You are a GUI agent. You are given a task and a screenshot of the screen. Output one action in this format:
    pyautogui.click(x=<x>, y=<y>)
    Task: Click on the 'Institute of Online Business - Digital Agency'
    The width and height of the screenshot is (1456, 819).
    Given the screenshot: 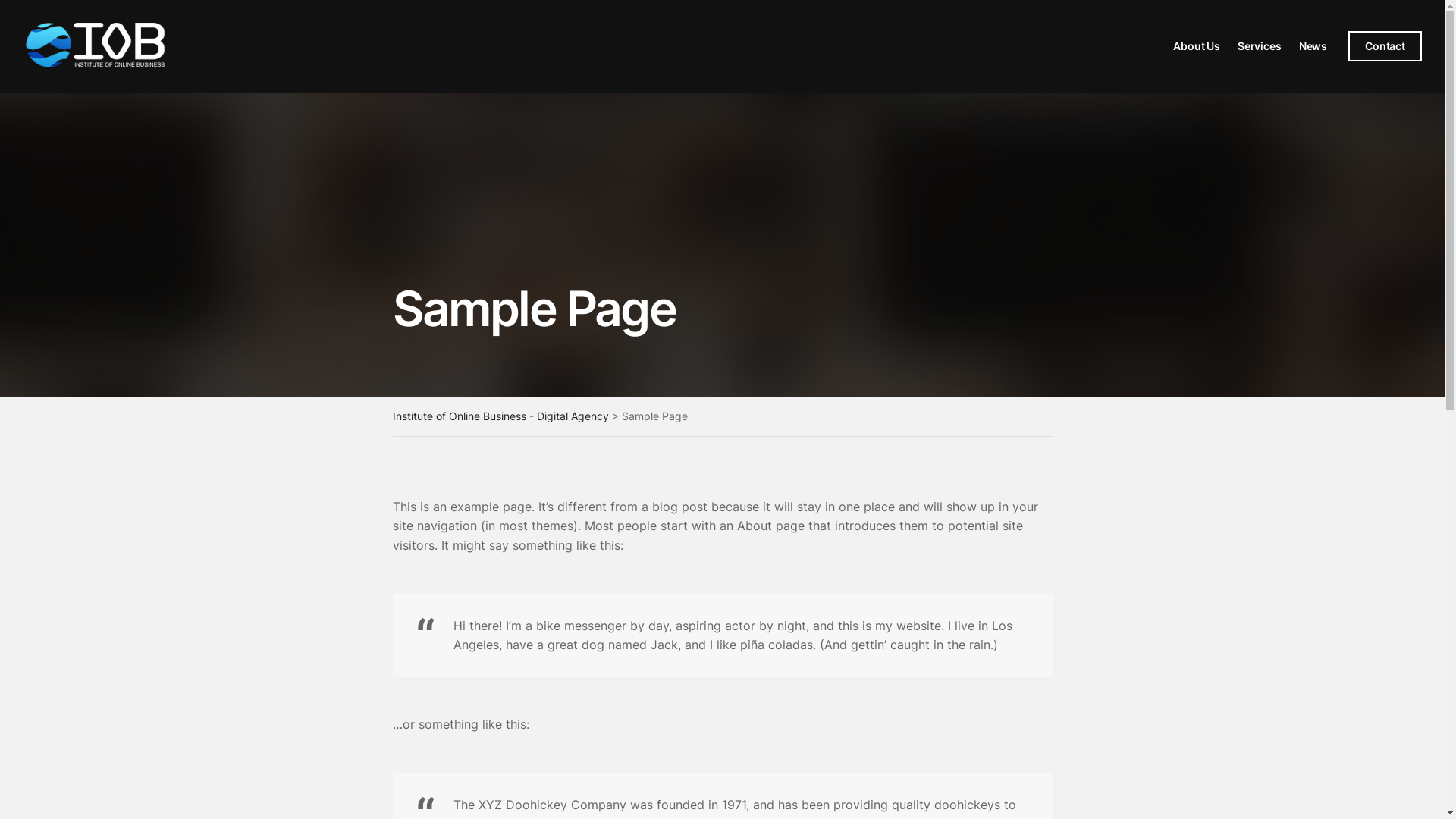 What is the action you would take?
    pyautogui.click(x=393, y=416)
    